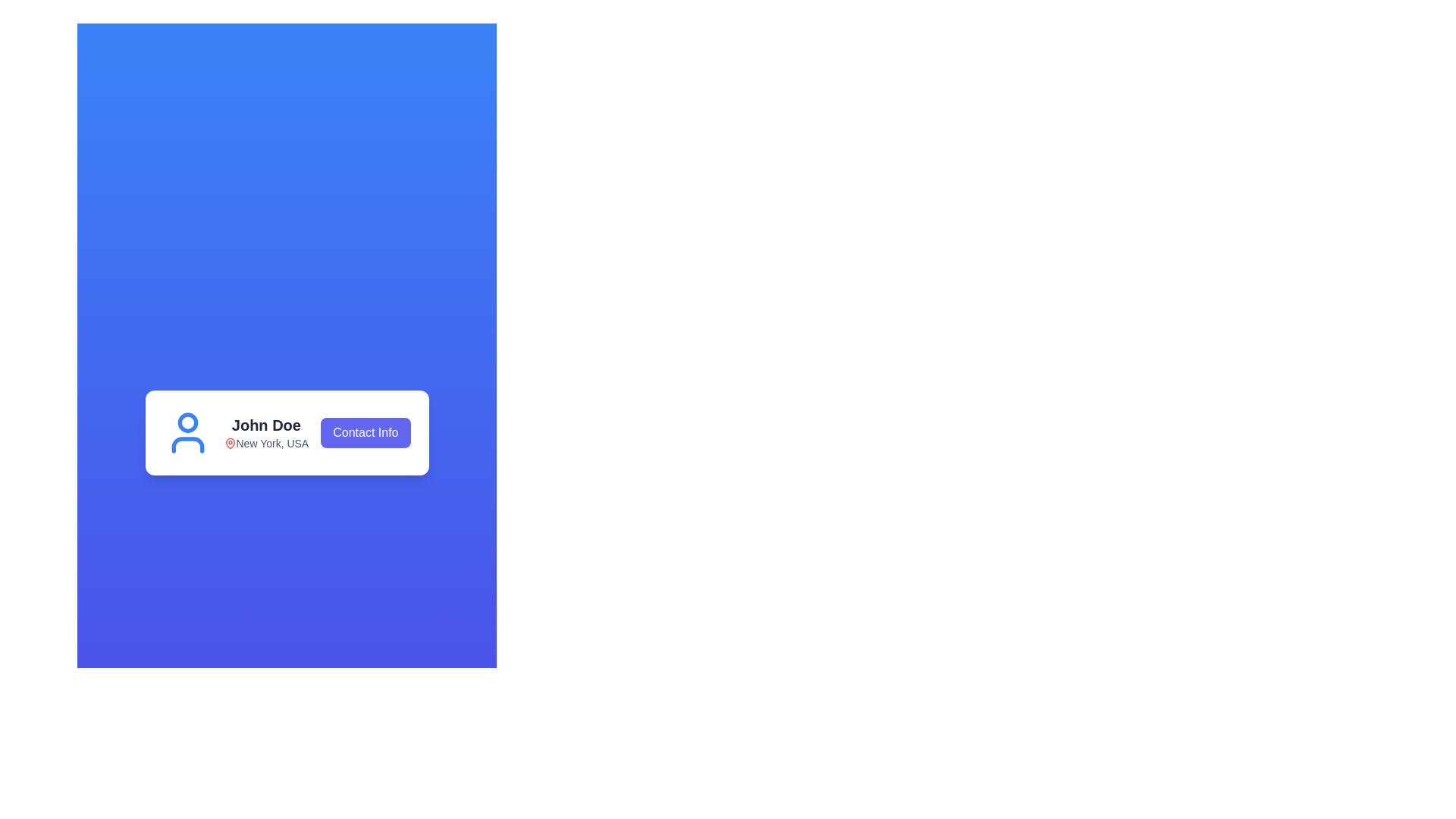  I want to click on the red map pin icon next to the text 'New York, USA' which is aligned horizontally with the name 'John Doe', so click(229, 444).